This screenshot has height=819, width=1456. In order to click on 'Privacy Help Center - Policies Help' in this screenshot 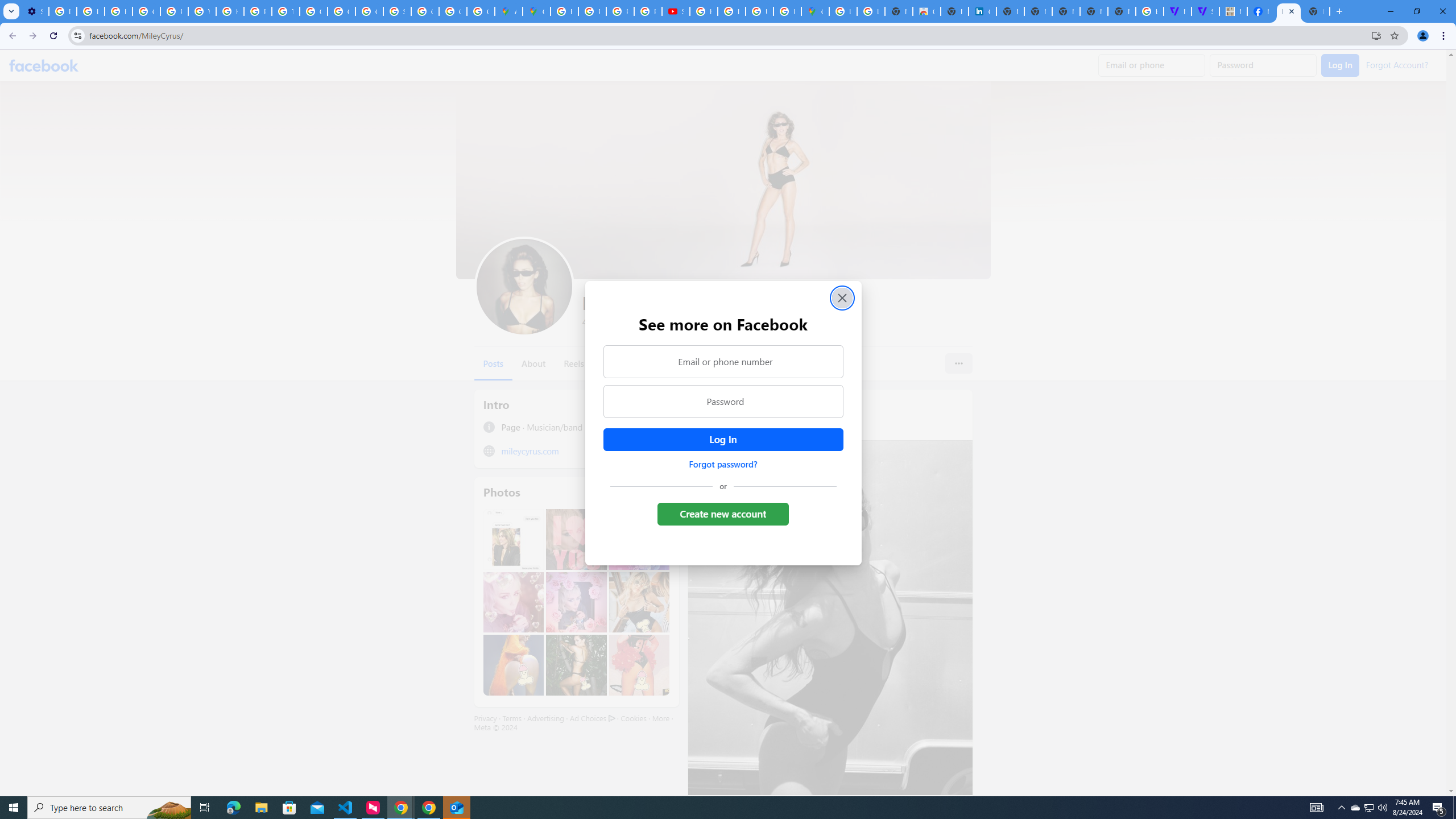, I will do `click(257, 11)`.